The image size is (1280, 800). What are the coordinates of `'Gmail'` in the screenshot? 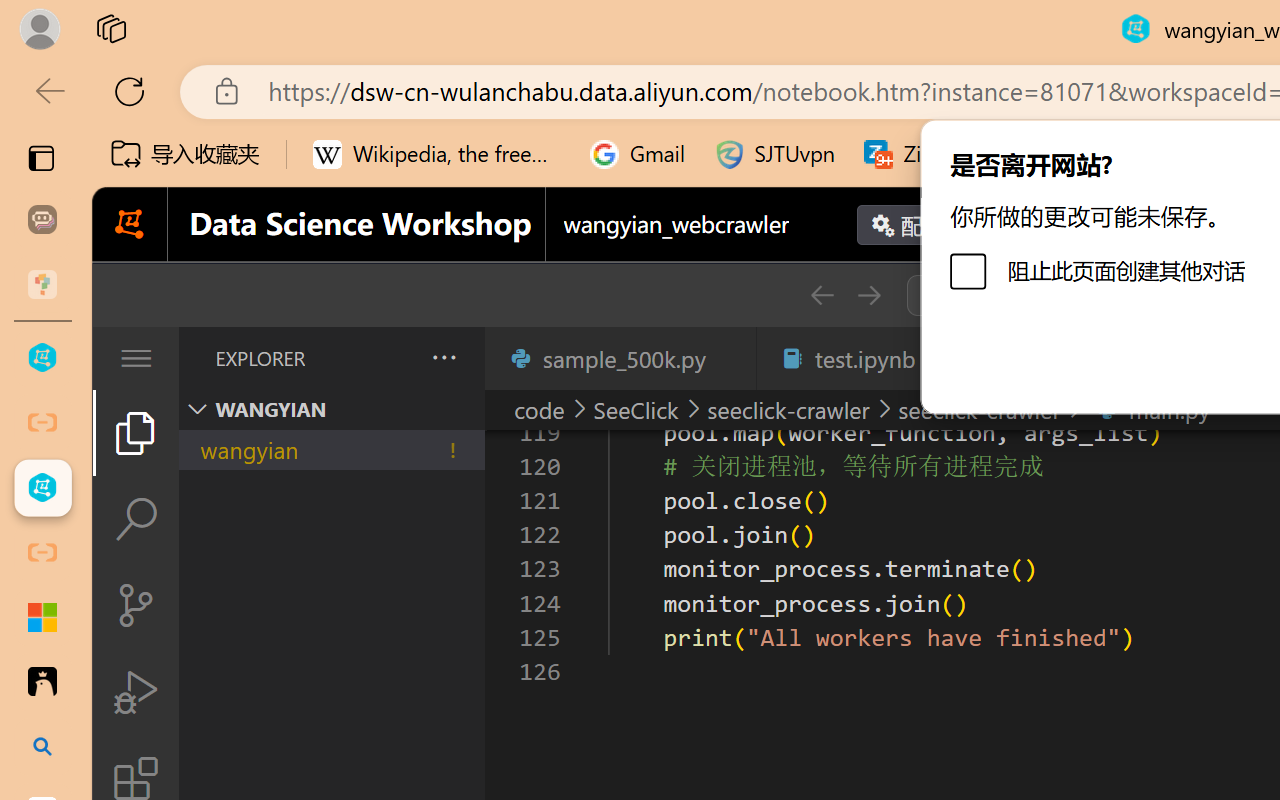 It's located at (637, 154).